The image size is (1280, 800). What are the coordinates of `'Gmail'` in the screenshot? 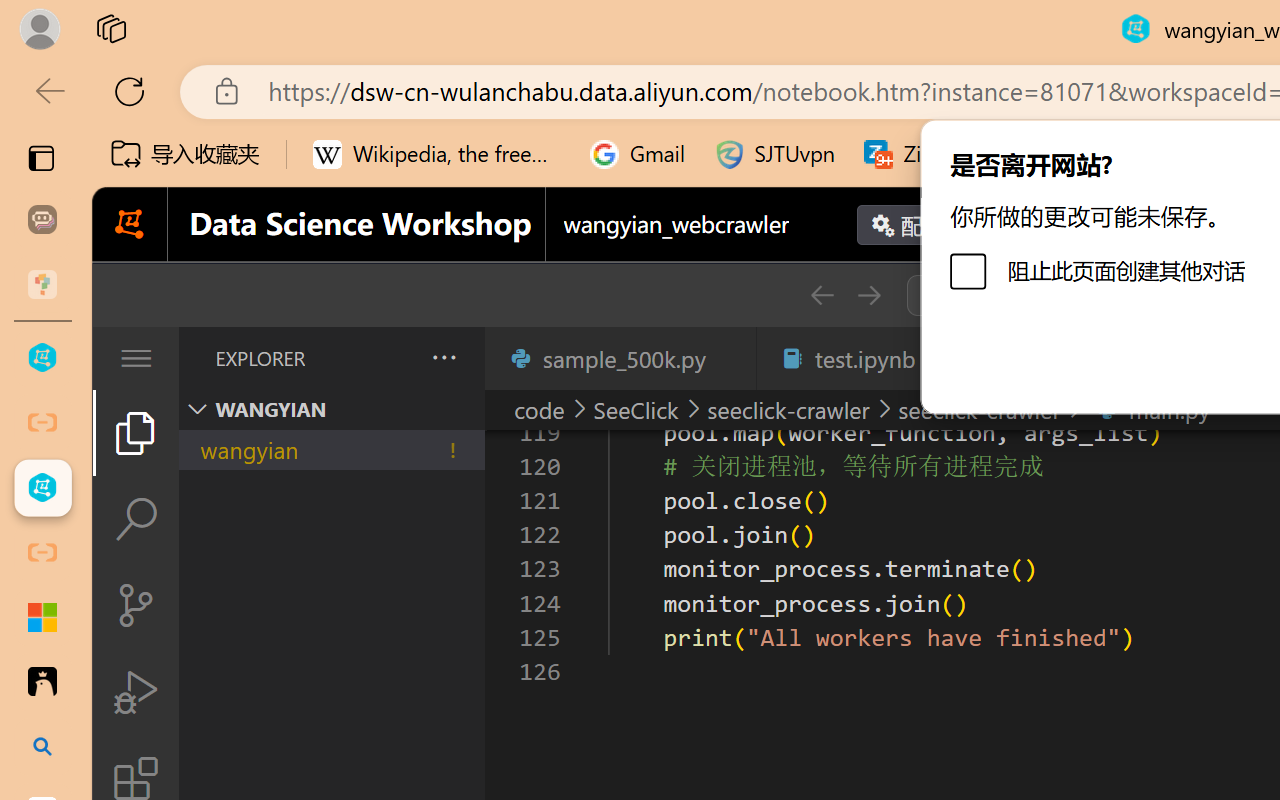 It's located at (637, 154).